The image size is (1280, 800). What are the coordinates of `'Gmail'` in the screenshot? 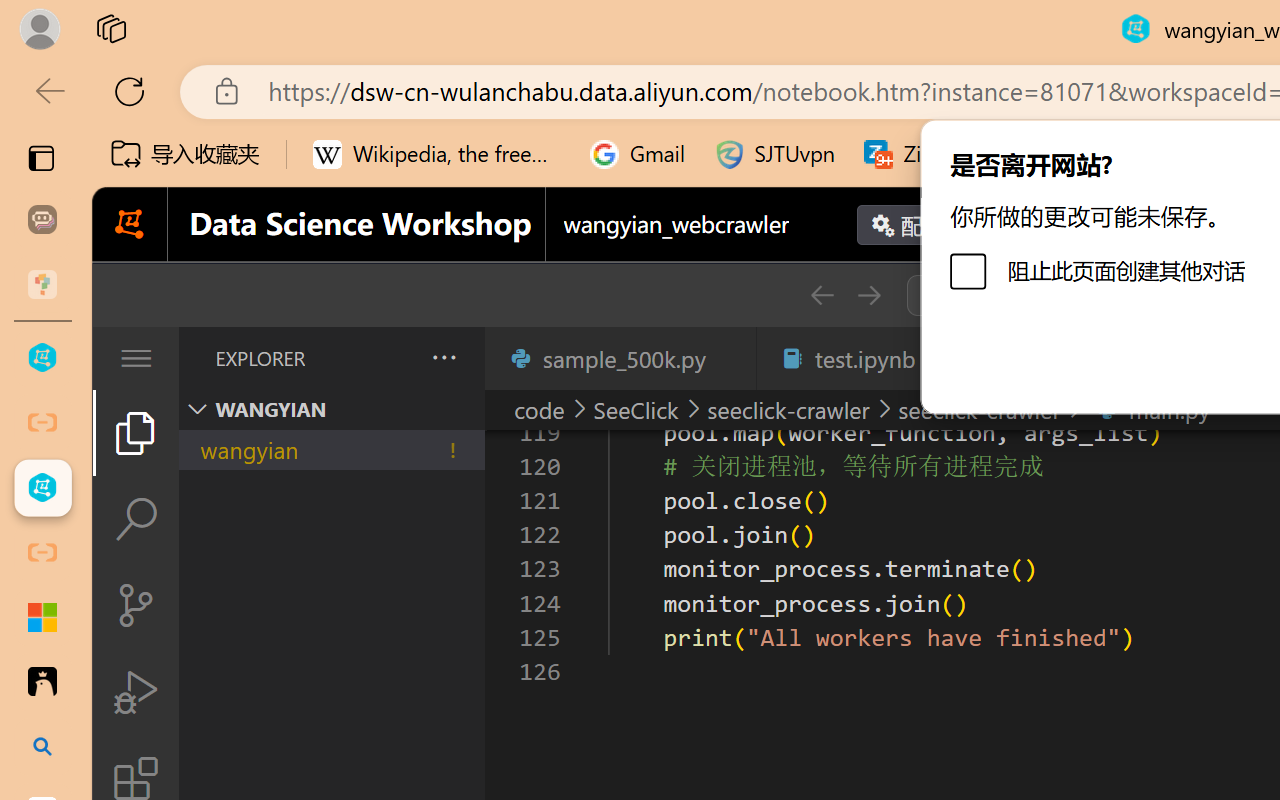 It's located at (637, 154).